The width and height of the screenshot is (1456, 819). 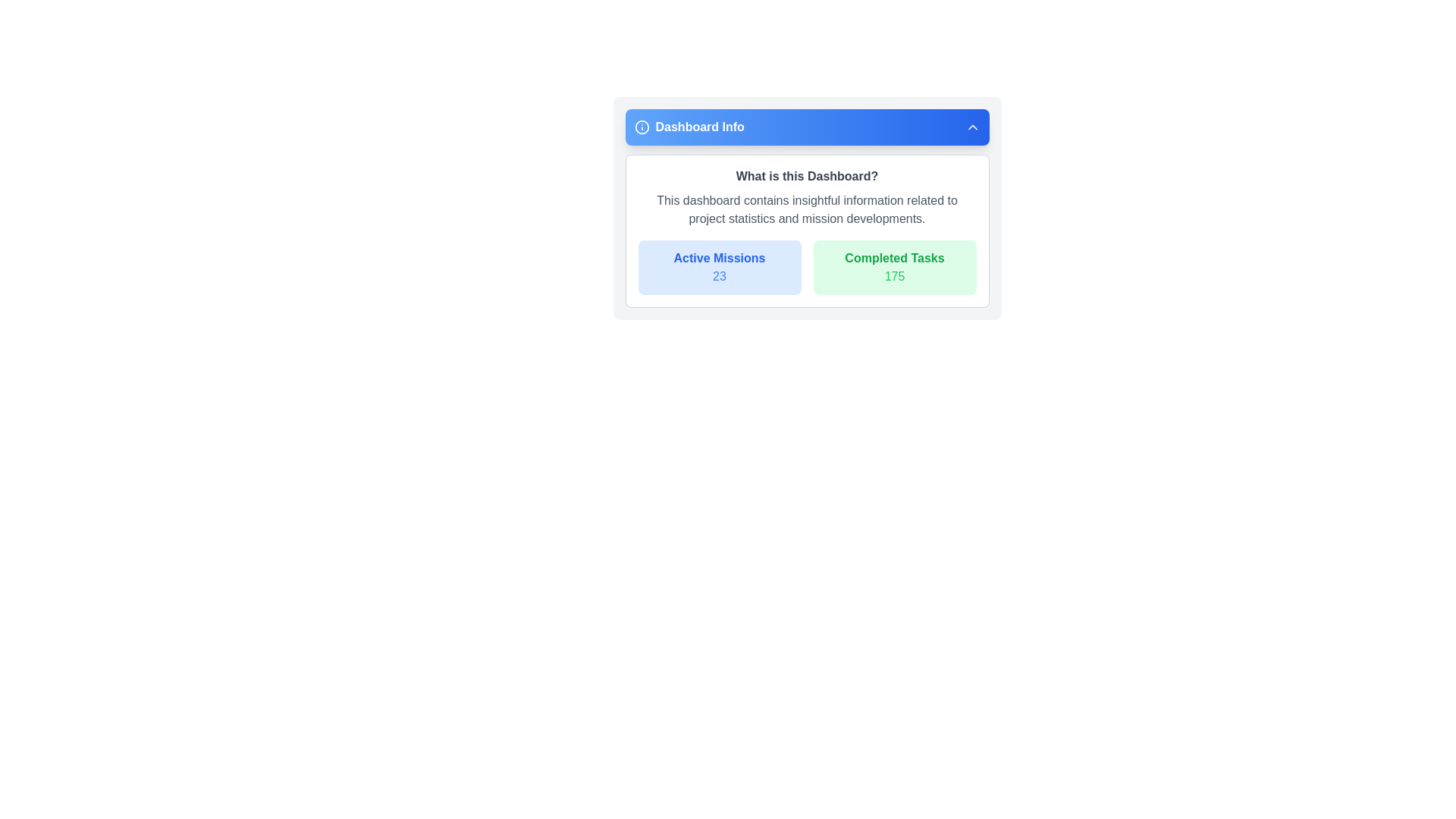 What do you see at coordinates (895, 277) in the screenshot?
I see `numerical value displayed in the Text Display that represents the count of completed tasks, located beneath the 'Completed Tasks' label within the 'Completed Tasks' card` at bounding box center [895, 277].